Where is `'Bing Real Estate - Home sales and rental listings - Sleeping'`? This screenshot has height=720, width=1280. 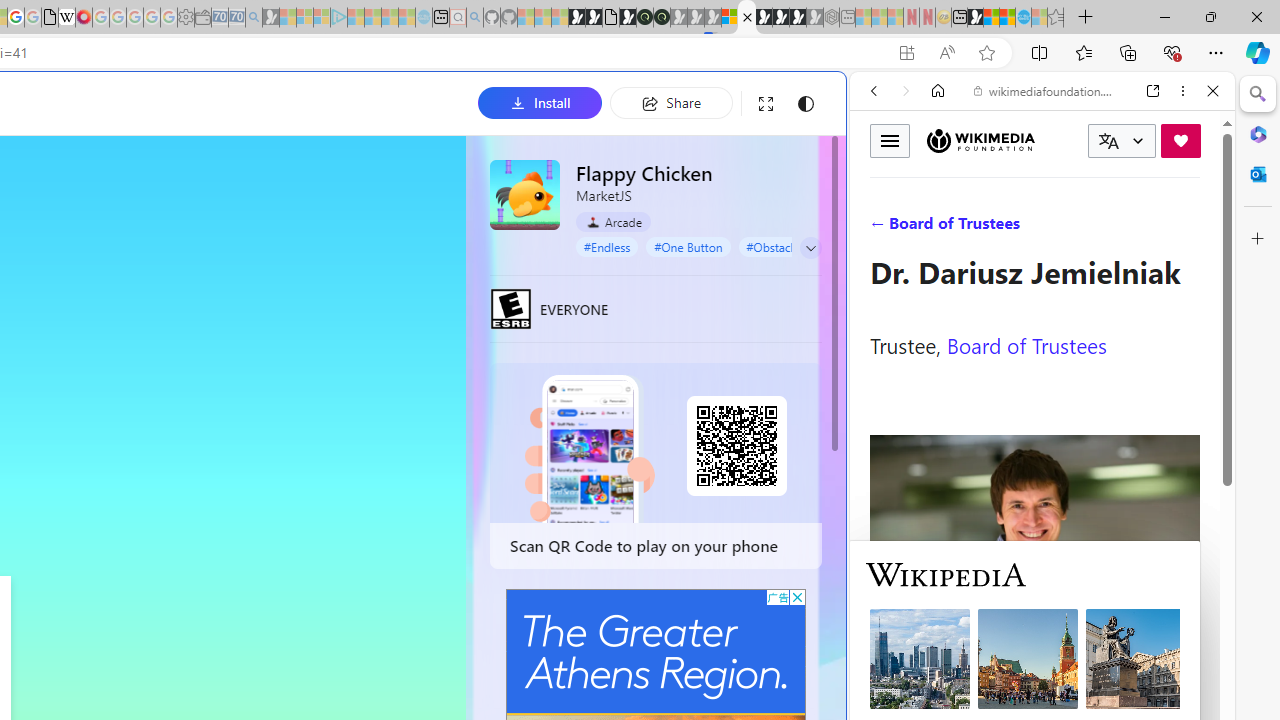
'Bing Real Estate - Home sales and rental listings - Sleeping' is located at coordinates (253, 17).